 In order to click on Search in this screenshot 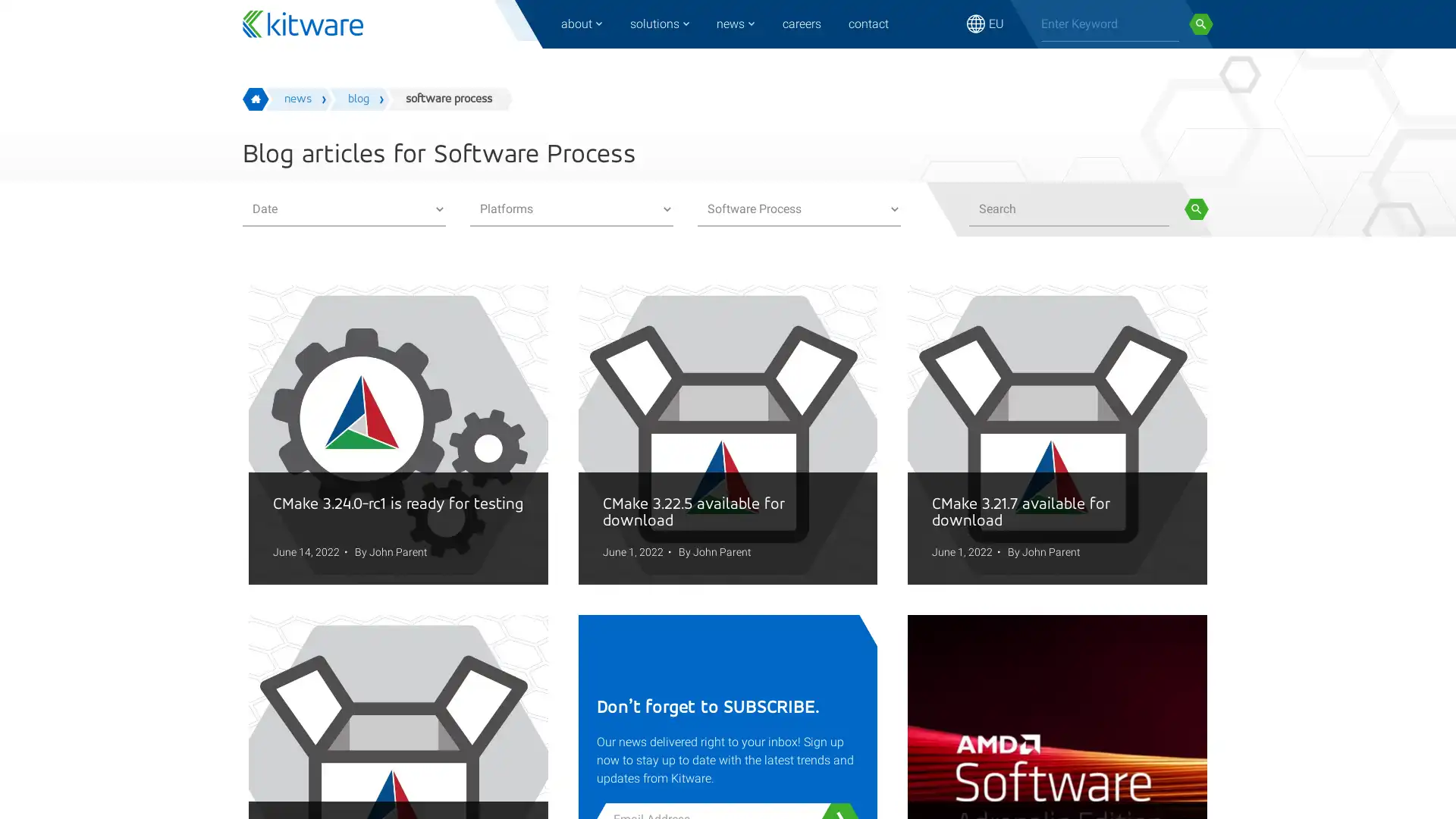, I will do `click(1195, 209)`.